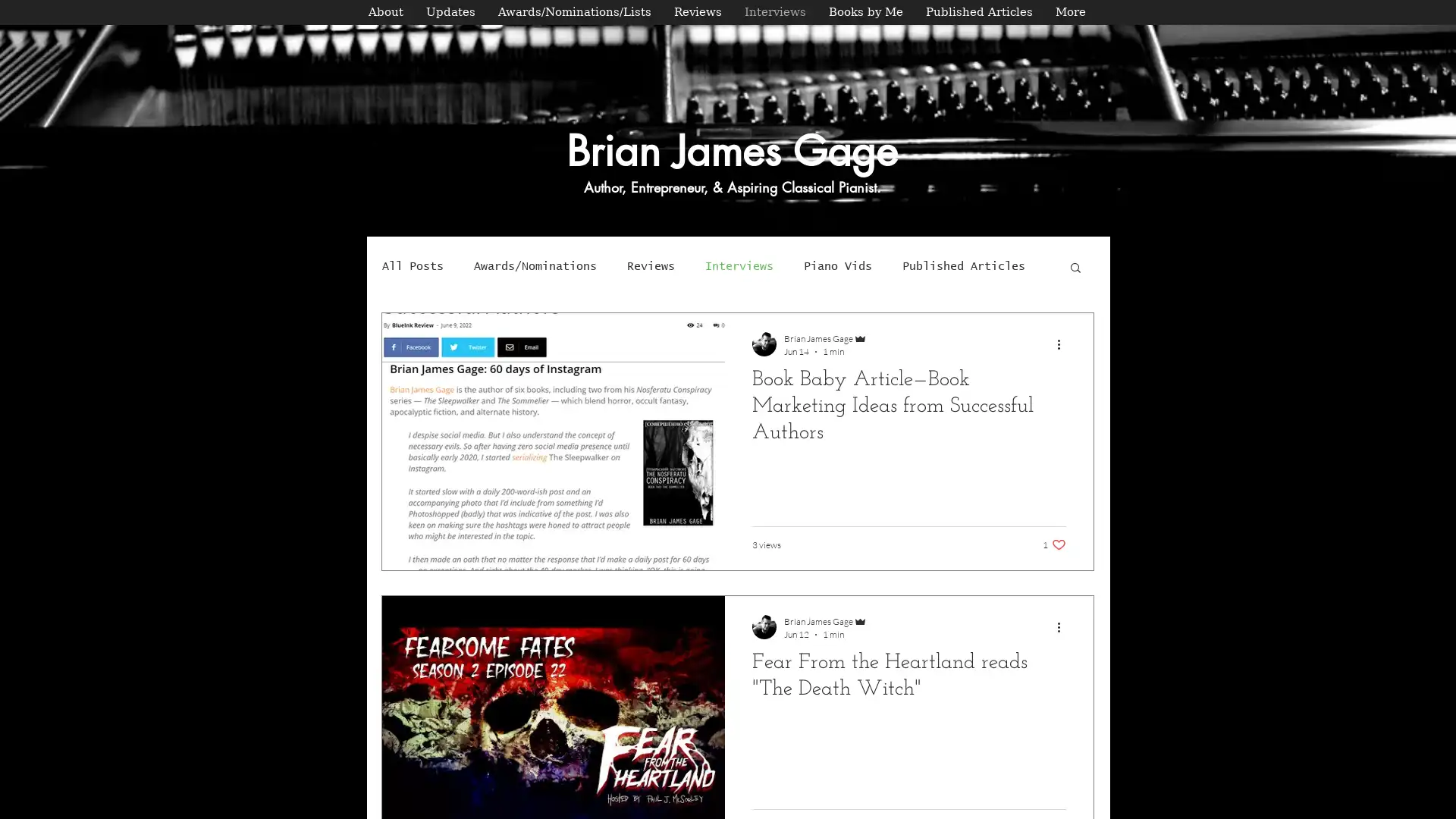  What do you see at coordinates (739, 265) in the screenshot?
I see `Interviews` at bounding box center [739, 265].